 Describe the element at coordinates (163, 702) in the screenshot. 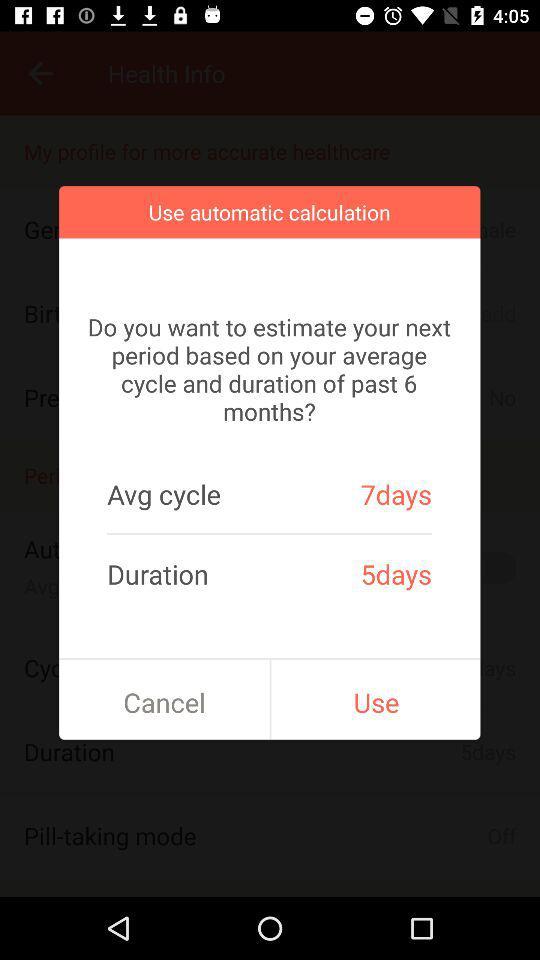

I see `the cancel icon` at that location.